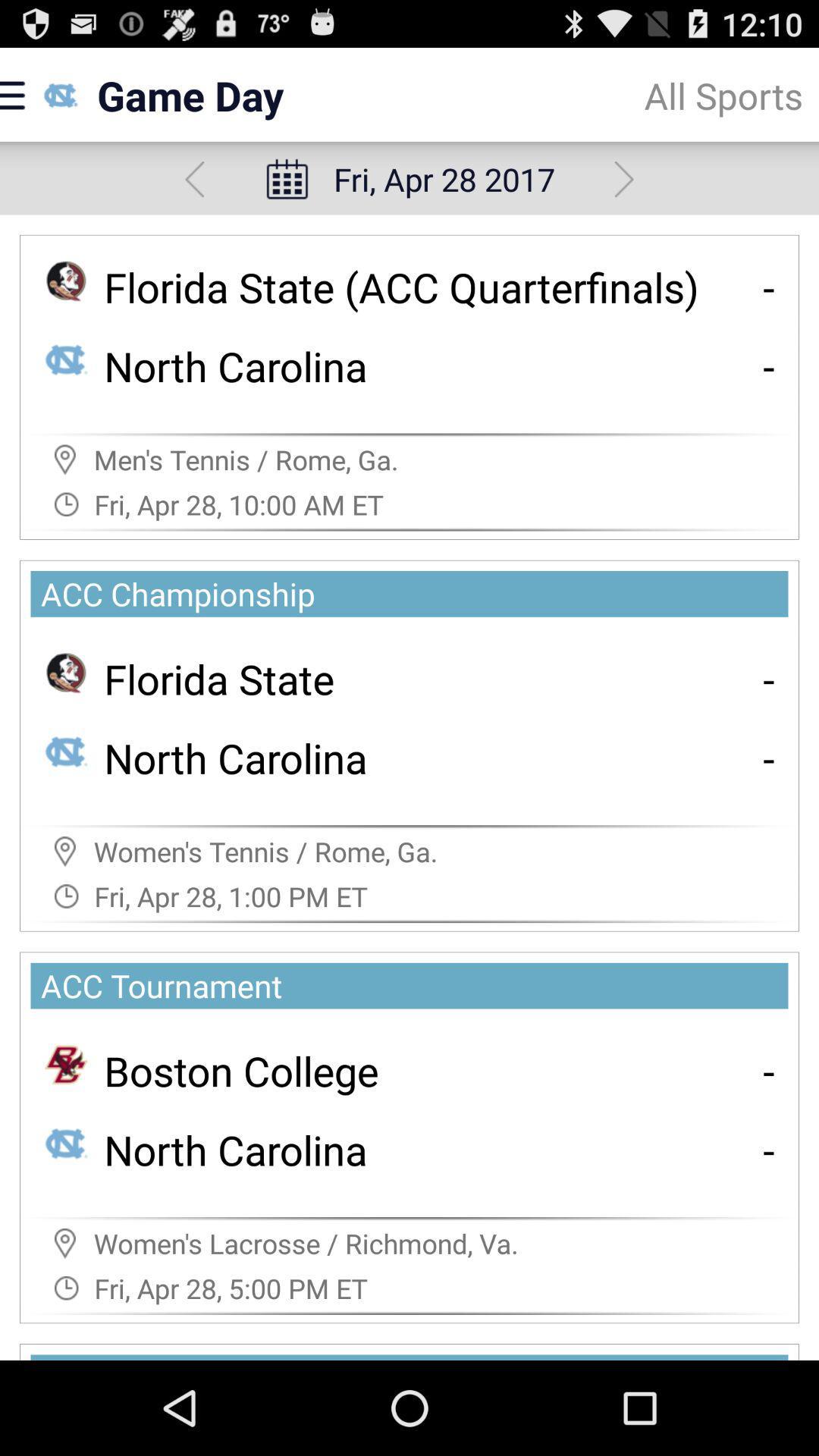 The height and width of the screenshot is (1456, 819). What do you see at coordinates (624, 179) in the screenshot?
I see `show next schedule` at bounding box center [624, 179].